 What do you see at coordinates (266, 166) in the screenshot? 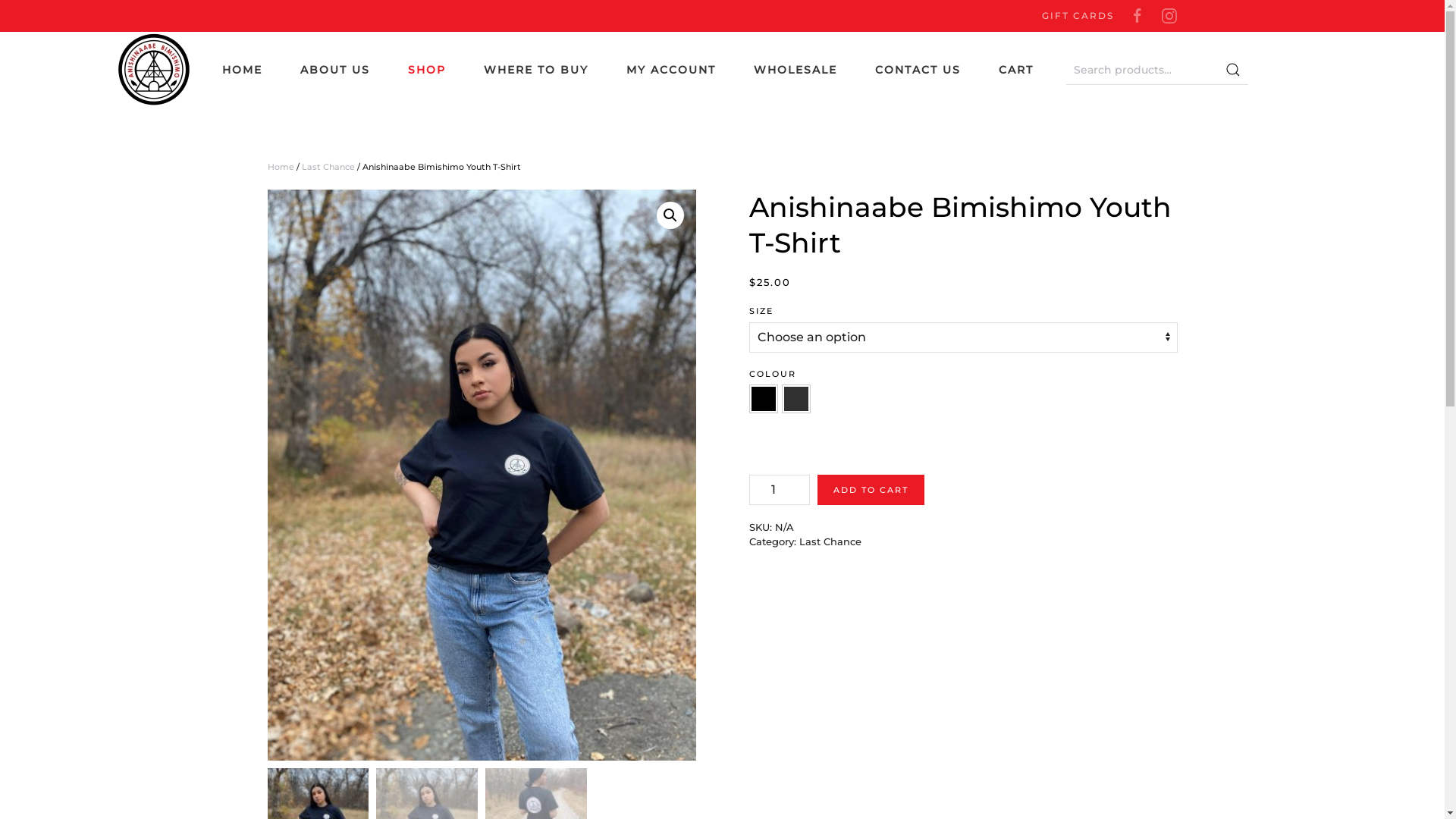
I see `'Home'` at bounding box center [266, 166].